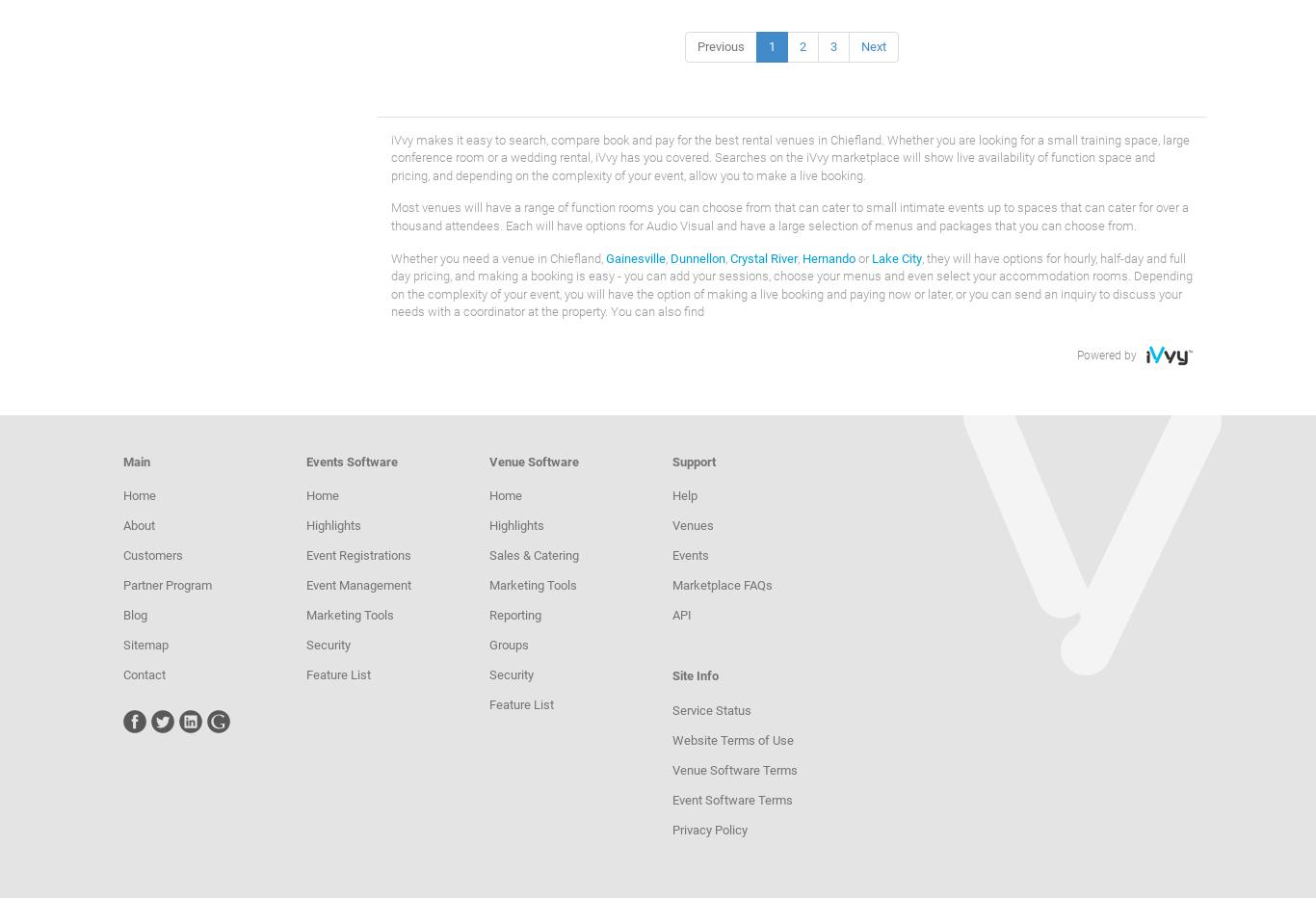 This screenshot has width=1316, height=898. Describe the element at coordinates (134, 614) in the screenshot. I see `'Blog'` at that location.